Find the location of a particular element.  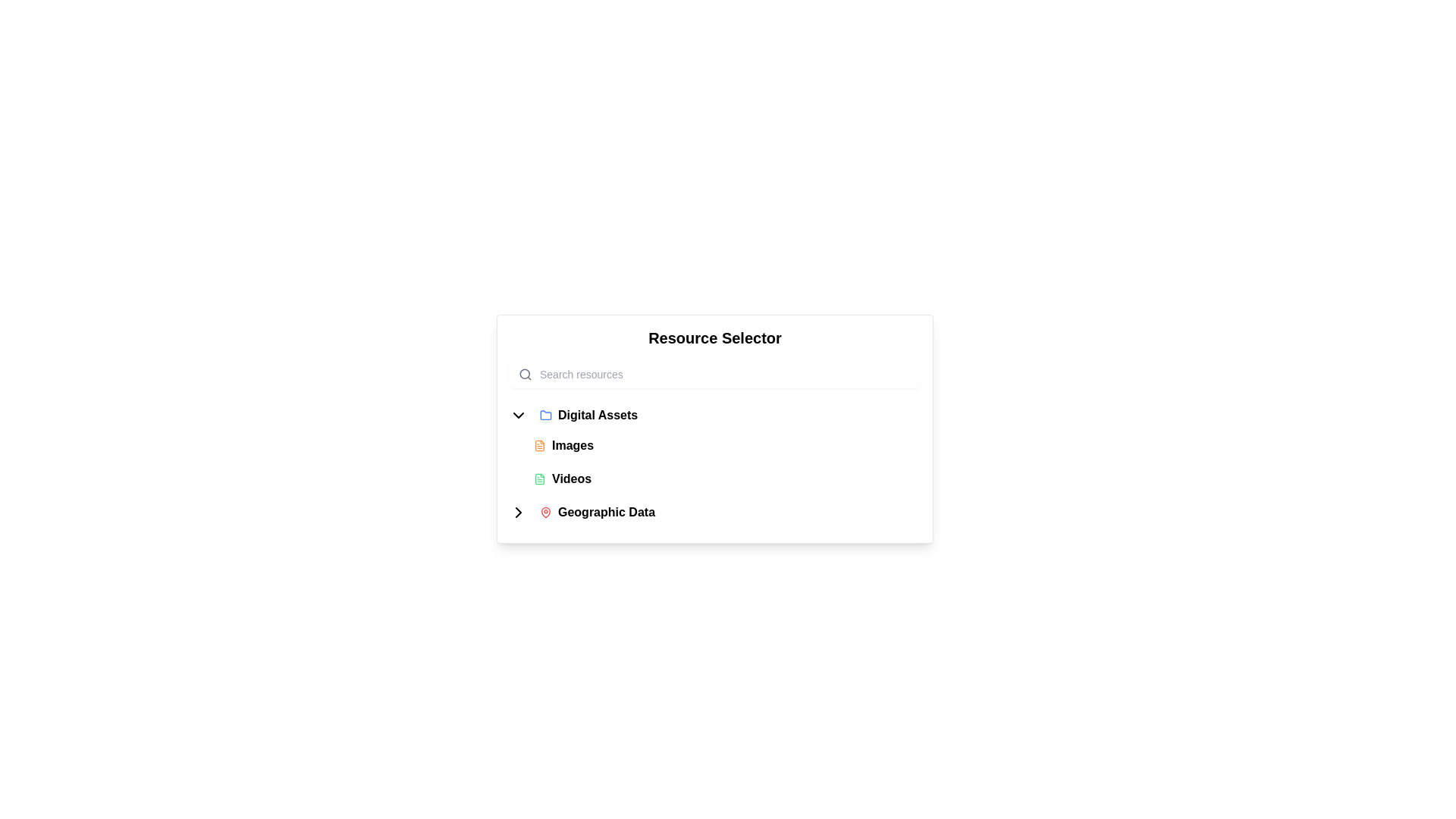

the button with a right-pointing chevron icon, located to the left of the text 'Geographic Data', to interact is located at coordinates (519, 512).